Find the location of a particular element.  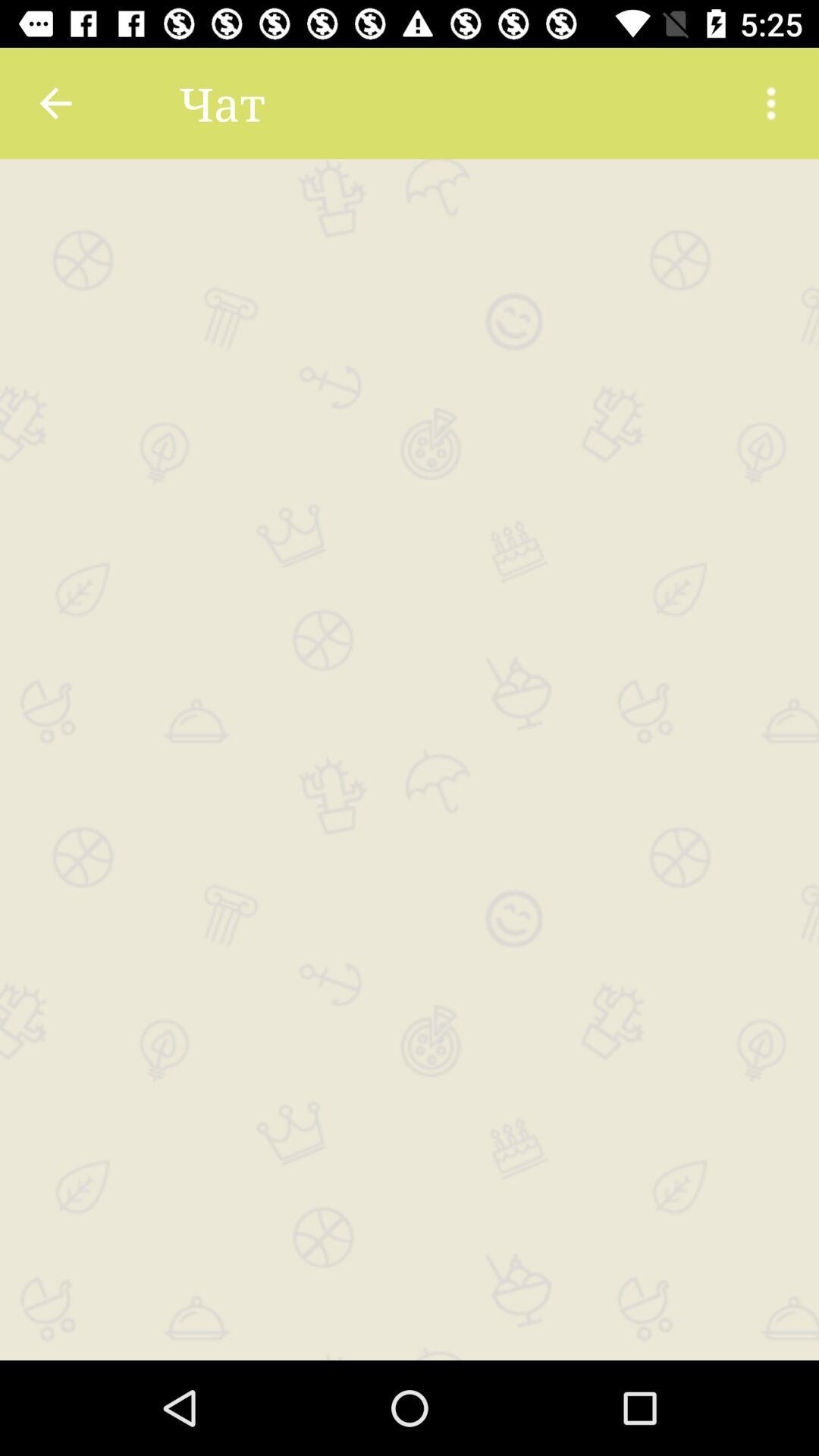

options is located at coordinates (771, 102).